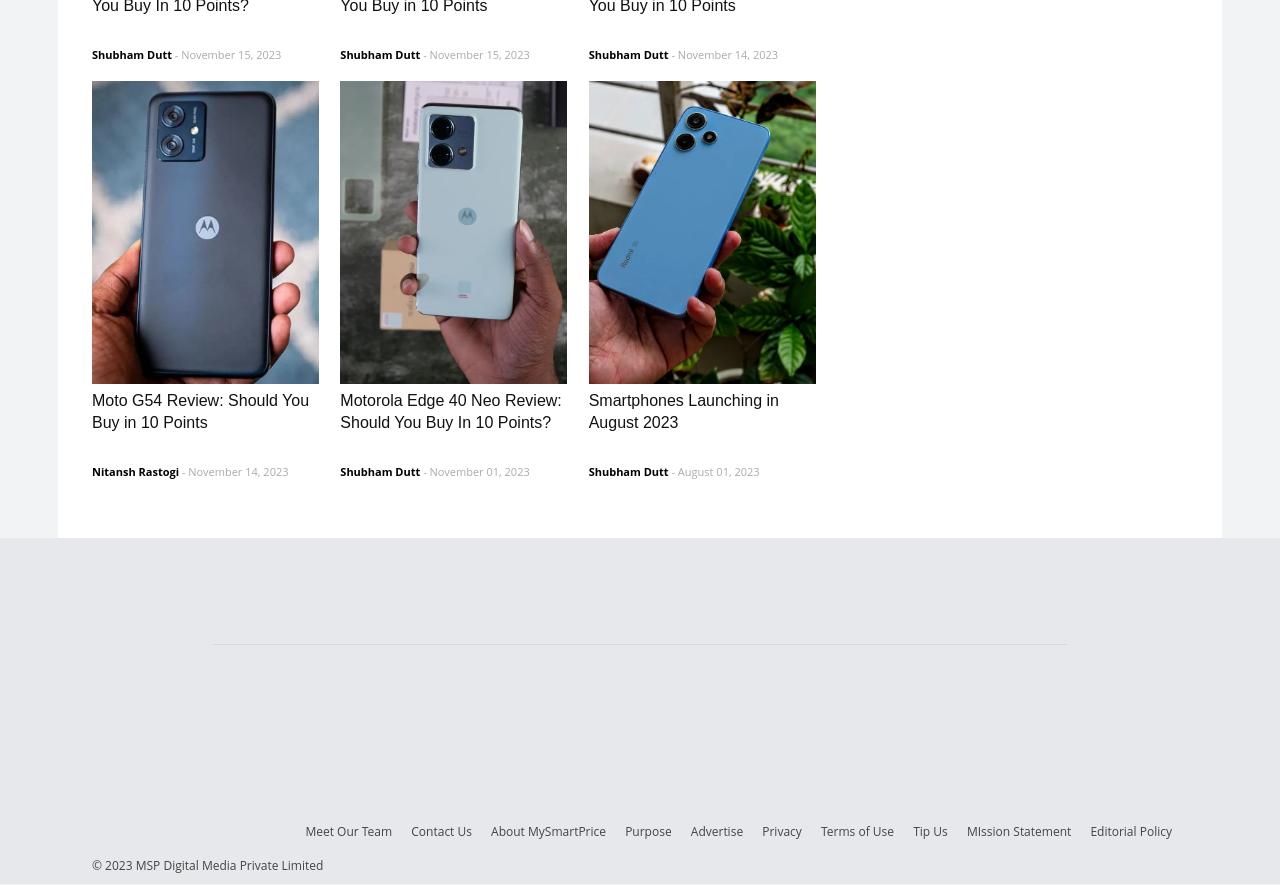  What do you see at coordinates (200, 410) in the screenshot?
I see `'Moto G54 Review: Should You Buy in 10 Points'` at bounding box center [200, 410].